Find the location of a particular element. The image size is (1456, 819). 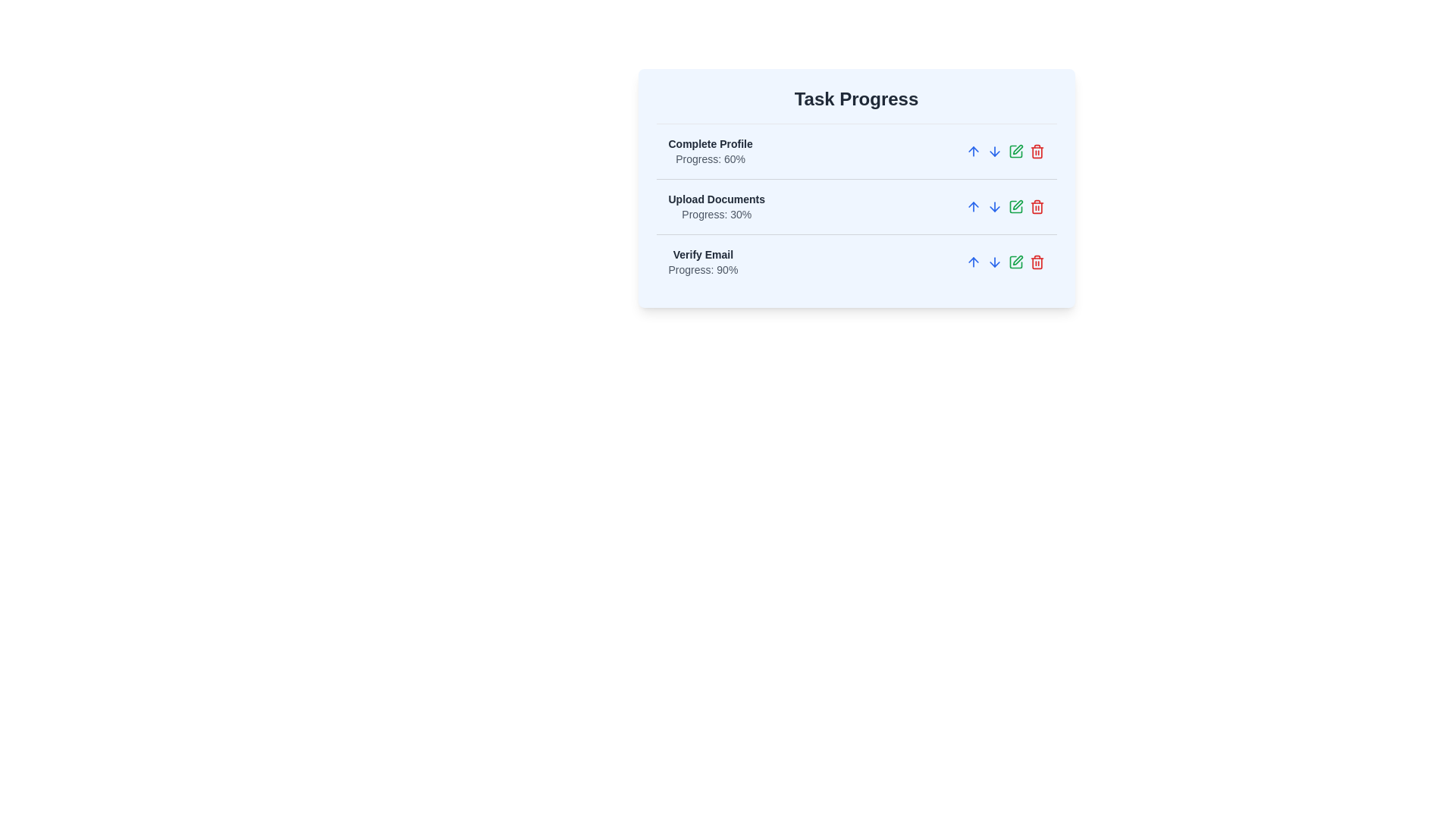

the Progress tracking display is located at coordinates (856, 206).